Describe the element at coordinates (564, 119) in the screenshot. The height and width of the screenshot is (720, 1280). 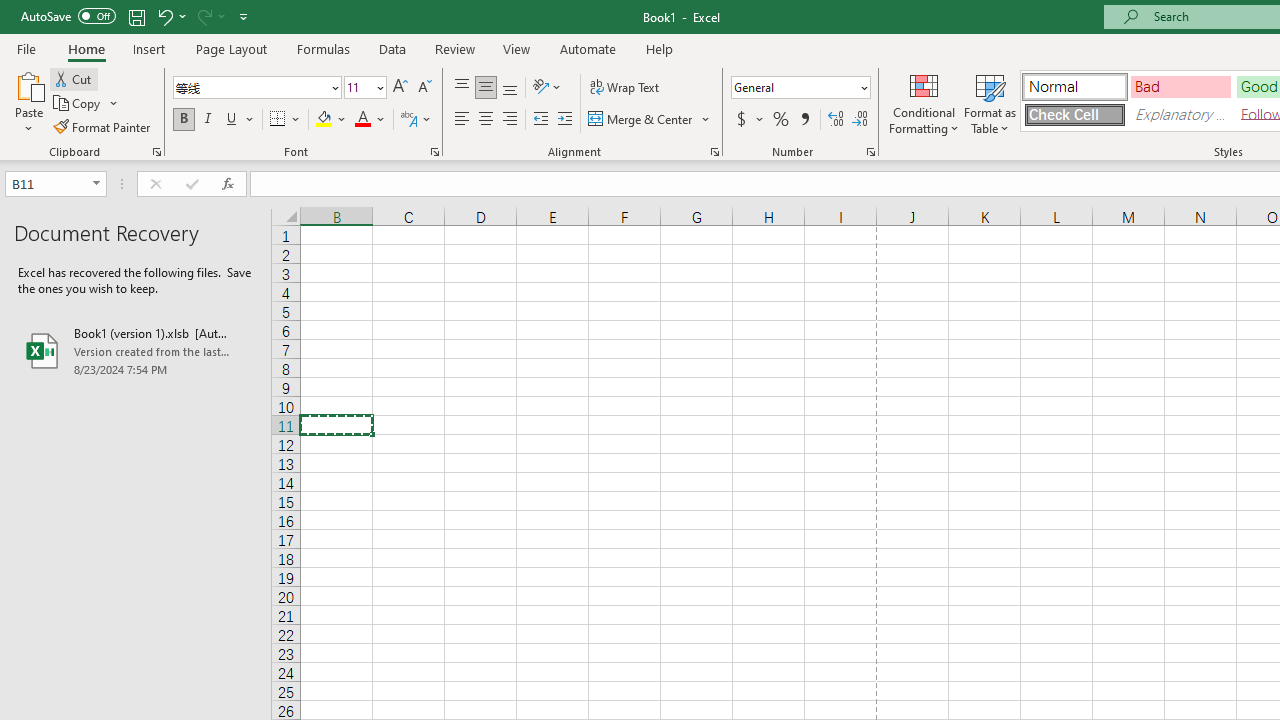
I see `'Increase Indent'` at that location.